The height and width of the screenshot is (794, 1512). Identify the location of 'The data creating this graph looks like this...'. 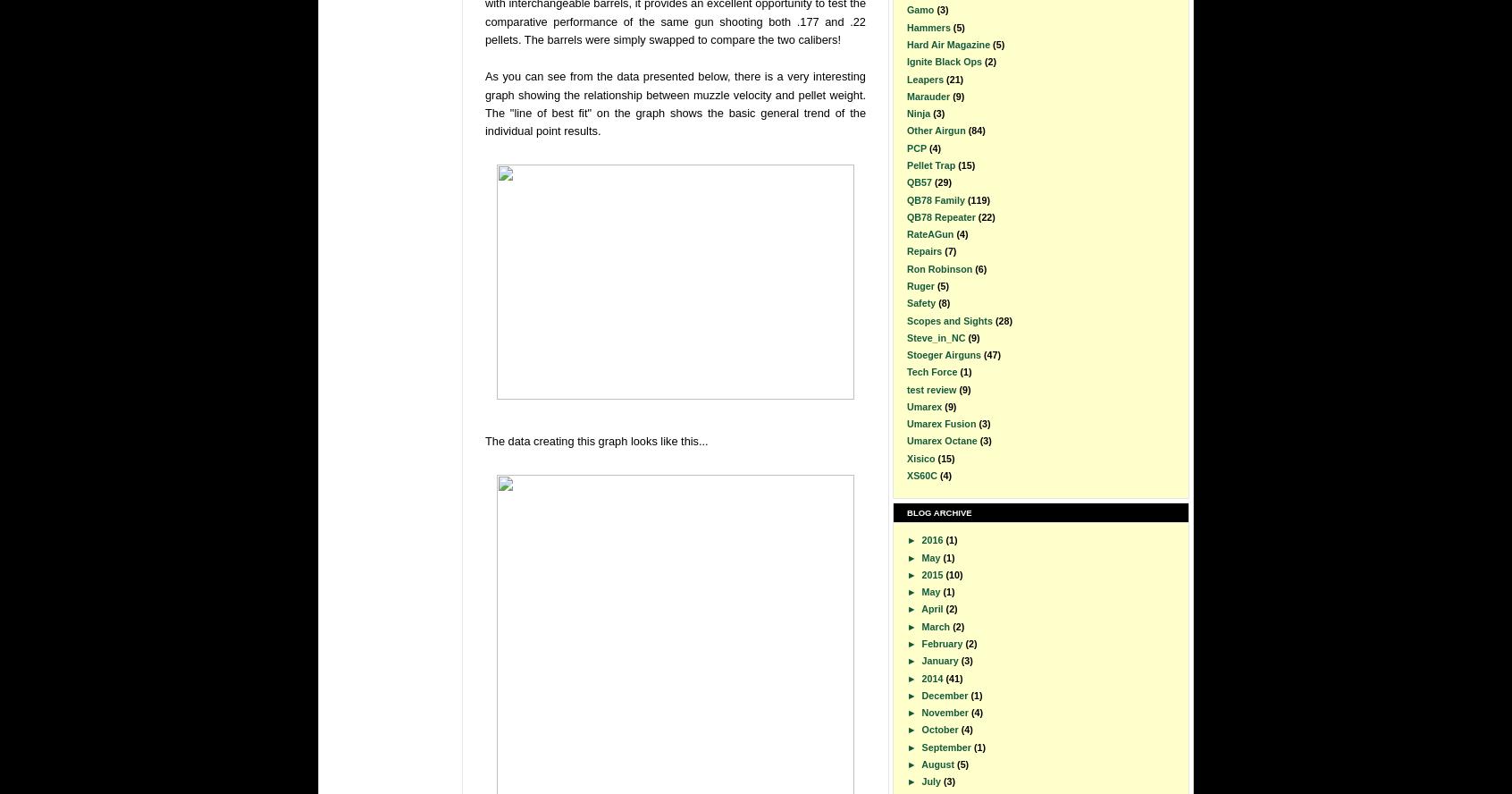
(596, 440).